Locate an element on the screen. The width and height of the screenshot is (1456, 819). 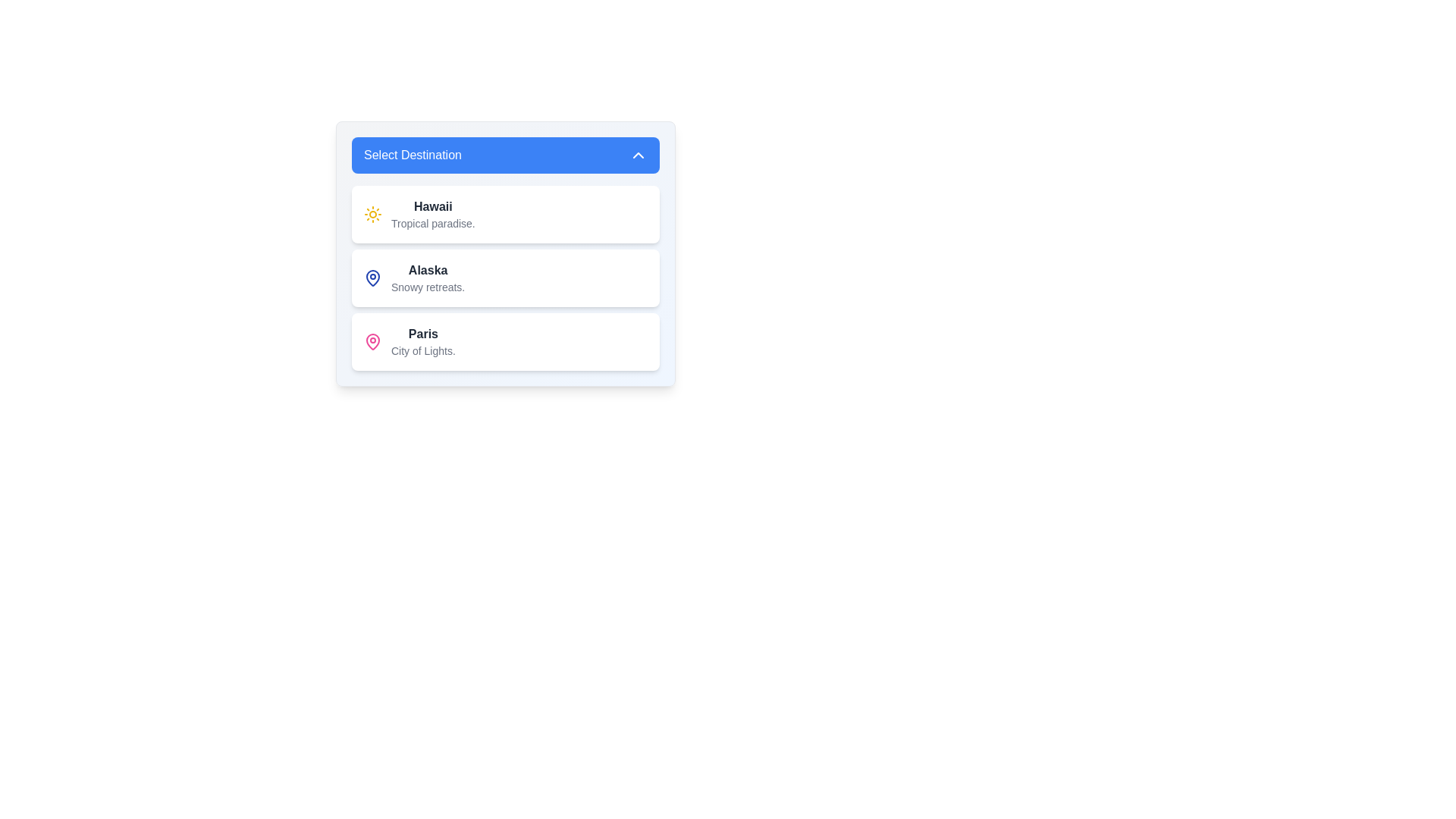
the blue map pin icon located in the 'Select Destination' dropdown menu under the option labeled 'Alaska' is located at coordinates (372, 278).